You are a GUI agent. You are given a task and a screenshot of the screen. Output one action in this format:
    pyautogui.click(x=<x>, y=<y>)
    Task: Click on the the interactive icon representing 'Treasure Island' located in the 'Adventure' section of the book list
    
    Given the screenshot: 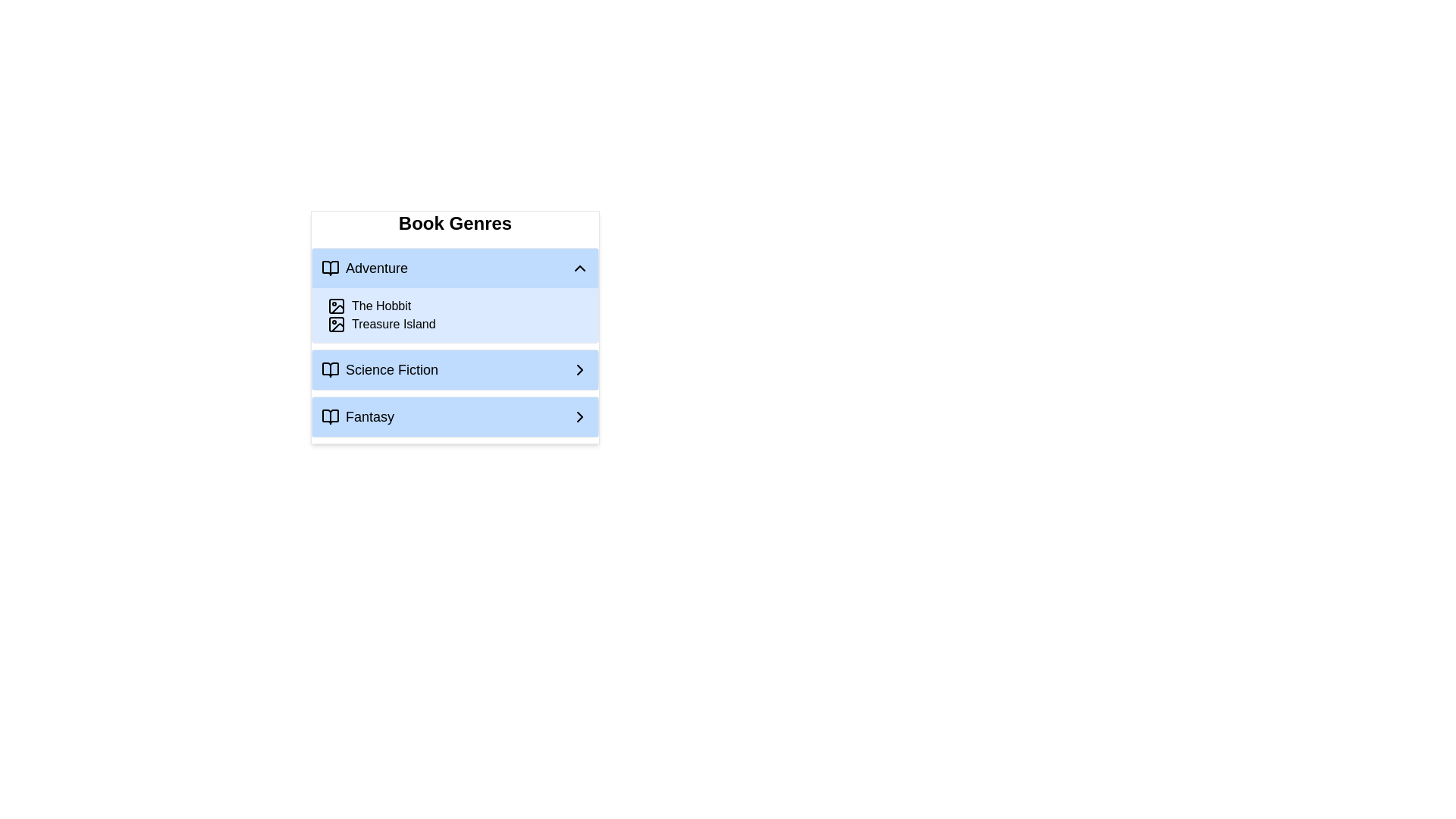 What is the action you would take?
    pyautogui.click(x=336, y=324)
    